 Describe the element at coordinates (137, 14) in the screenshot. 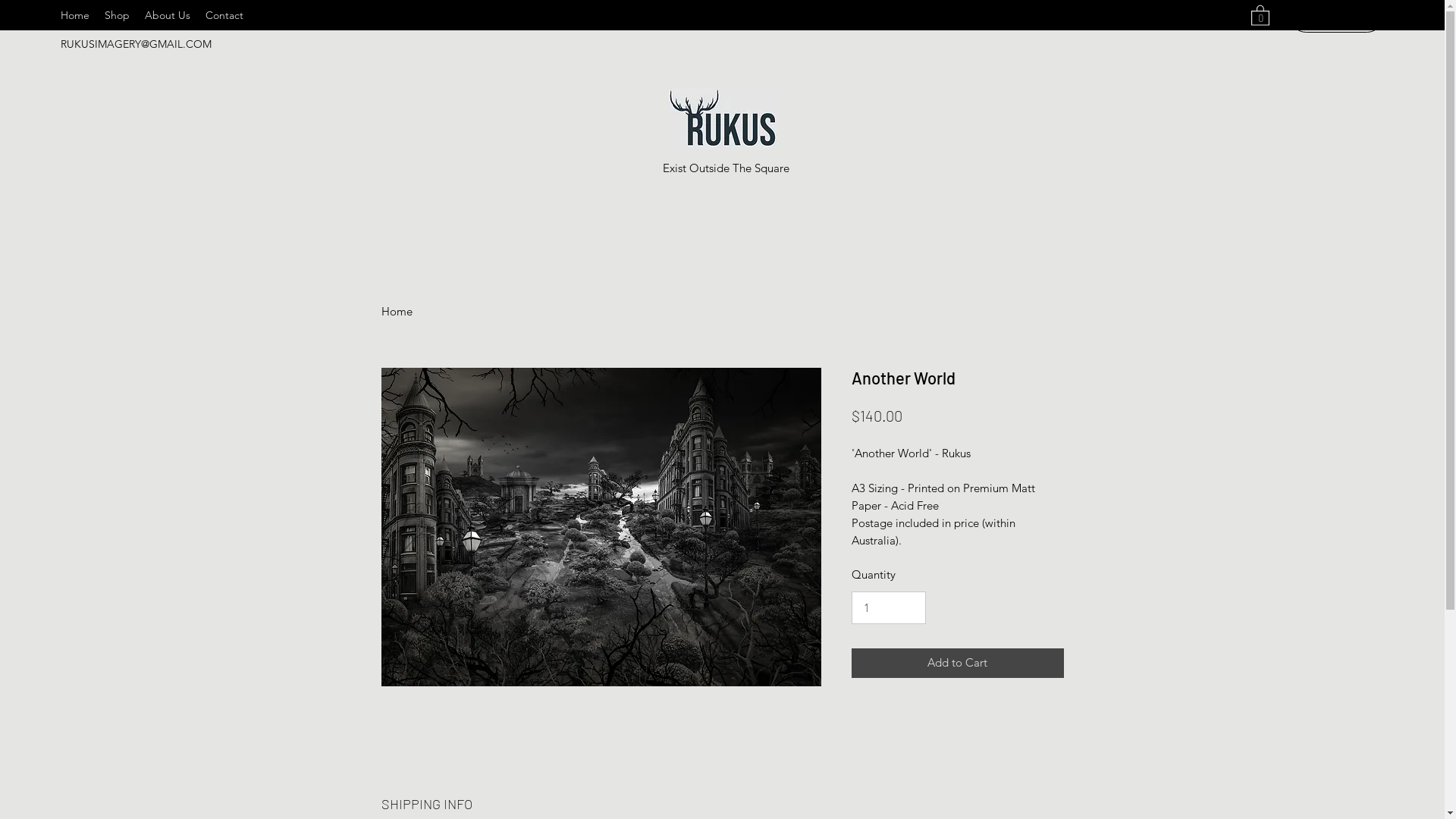

I see `'About Us'` at that location.